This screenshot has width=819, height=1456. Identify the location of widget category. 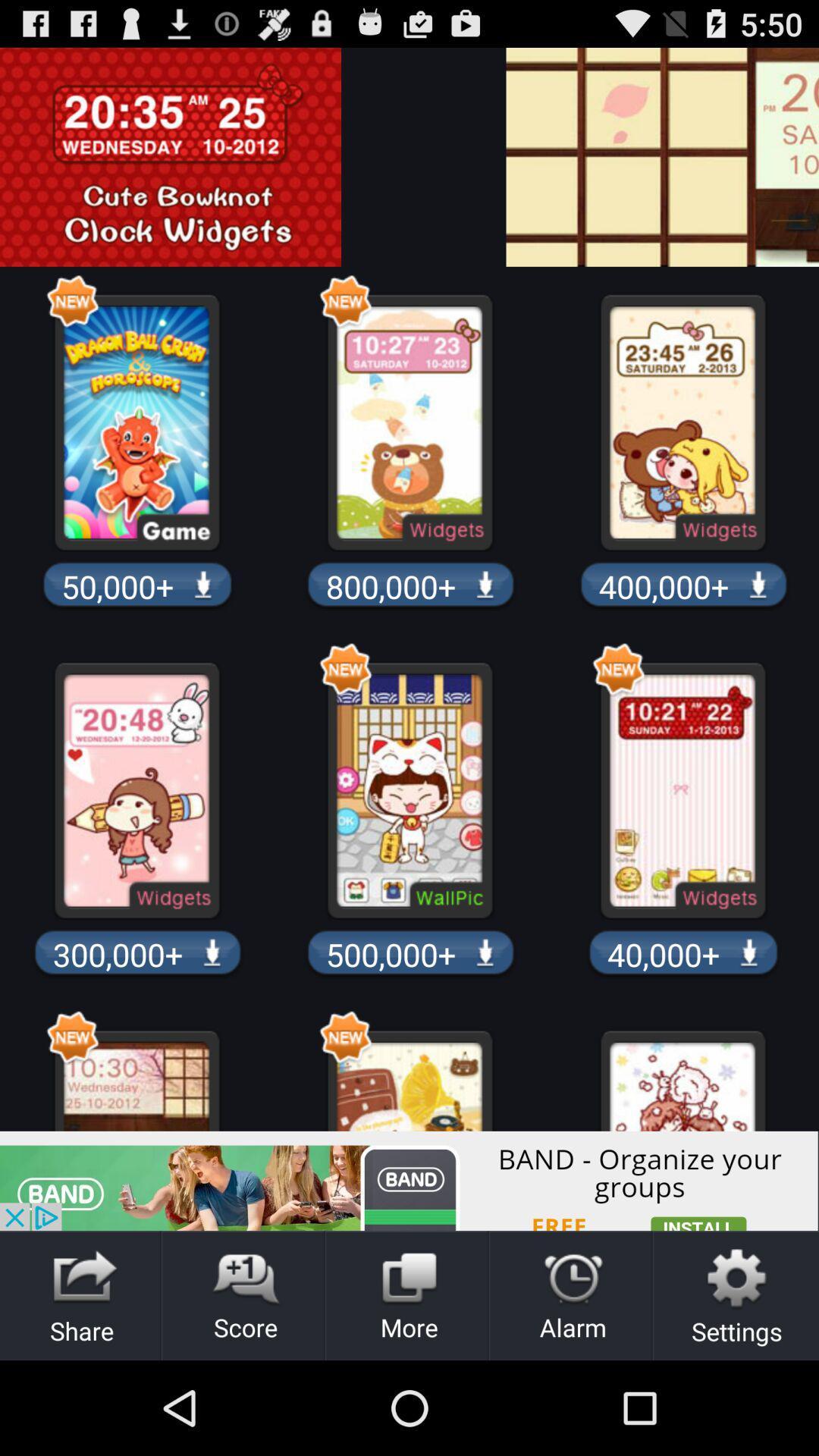
(807, 157).